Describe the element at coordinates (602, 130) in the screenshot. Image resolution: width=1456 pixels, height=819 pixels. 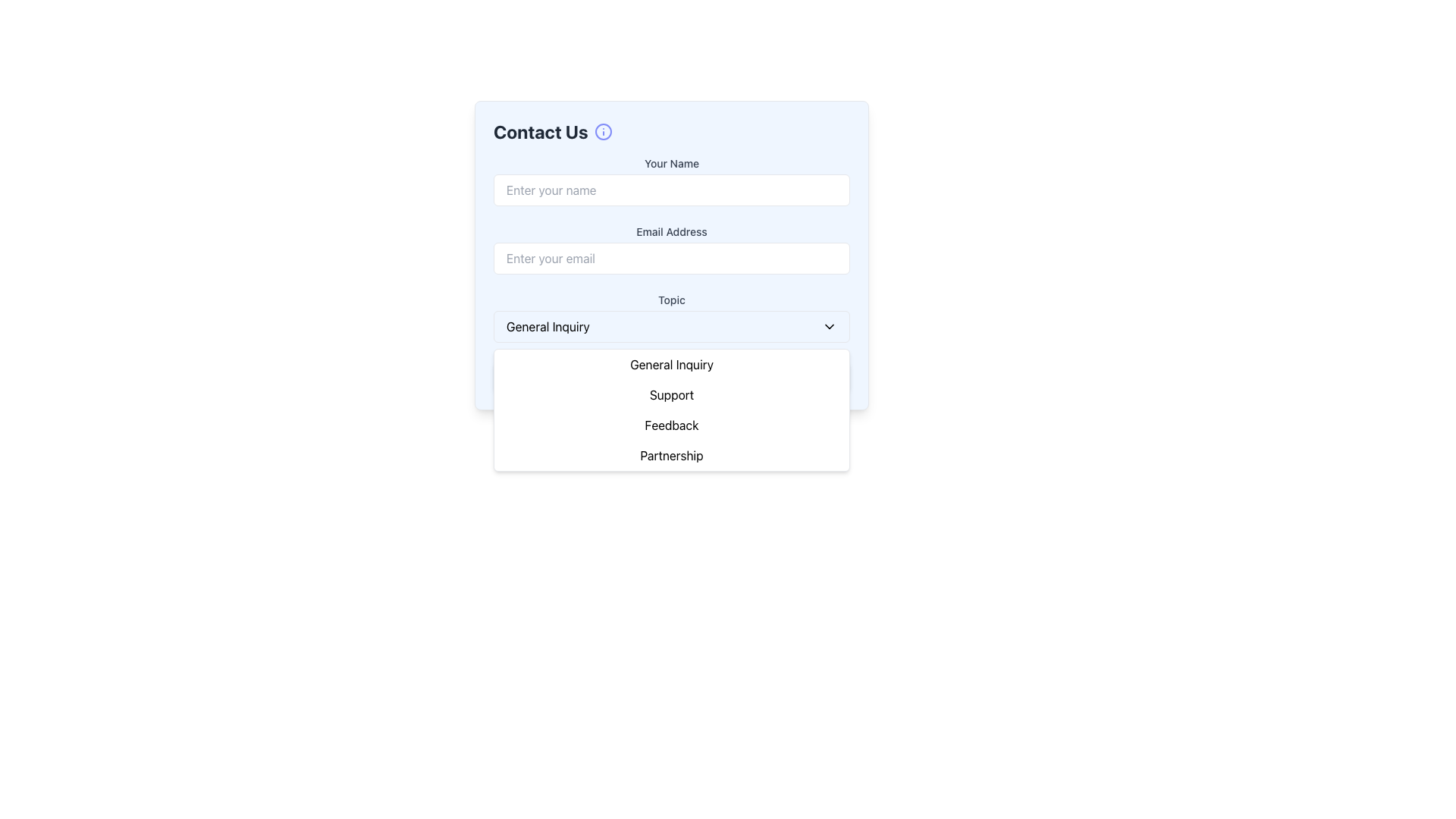
I see `the circular information icon with a light indigo outline, located to the right of the 'Contact Us' text label` at that location.